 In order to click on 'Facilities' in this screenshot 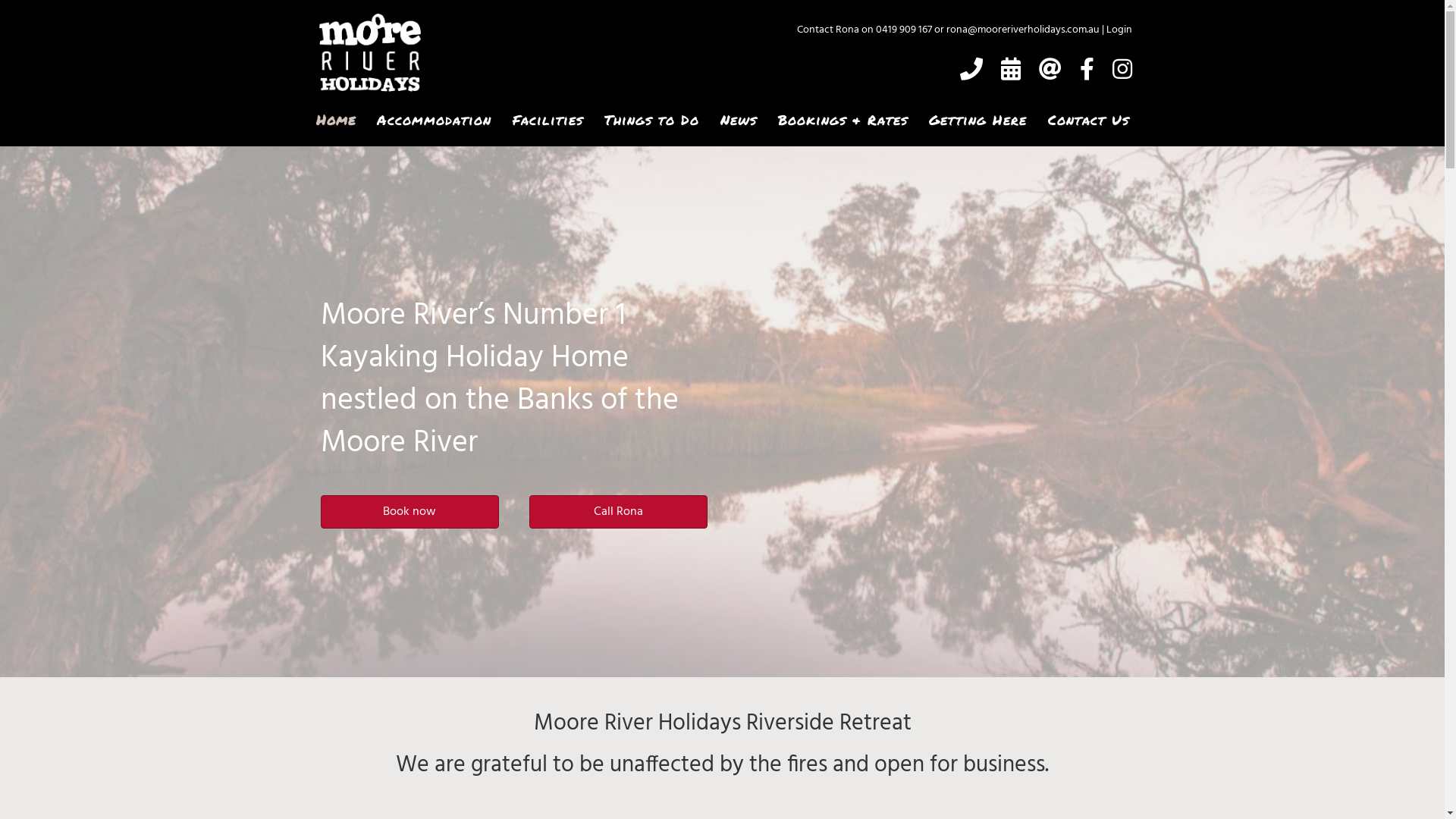, I will do `click(546, 119)`.